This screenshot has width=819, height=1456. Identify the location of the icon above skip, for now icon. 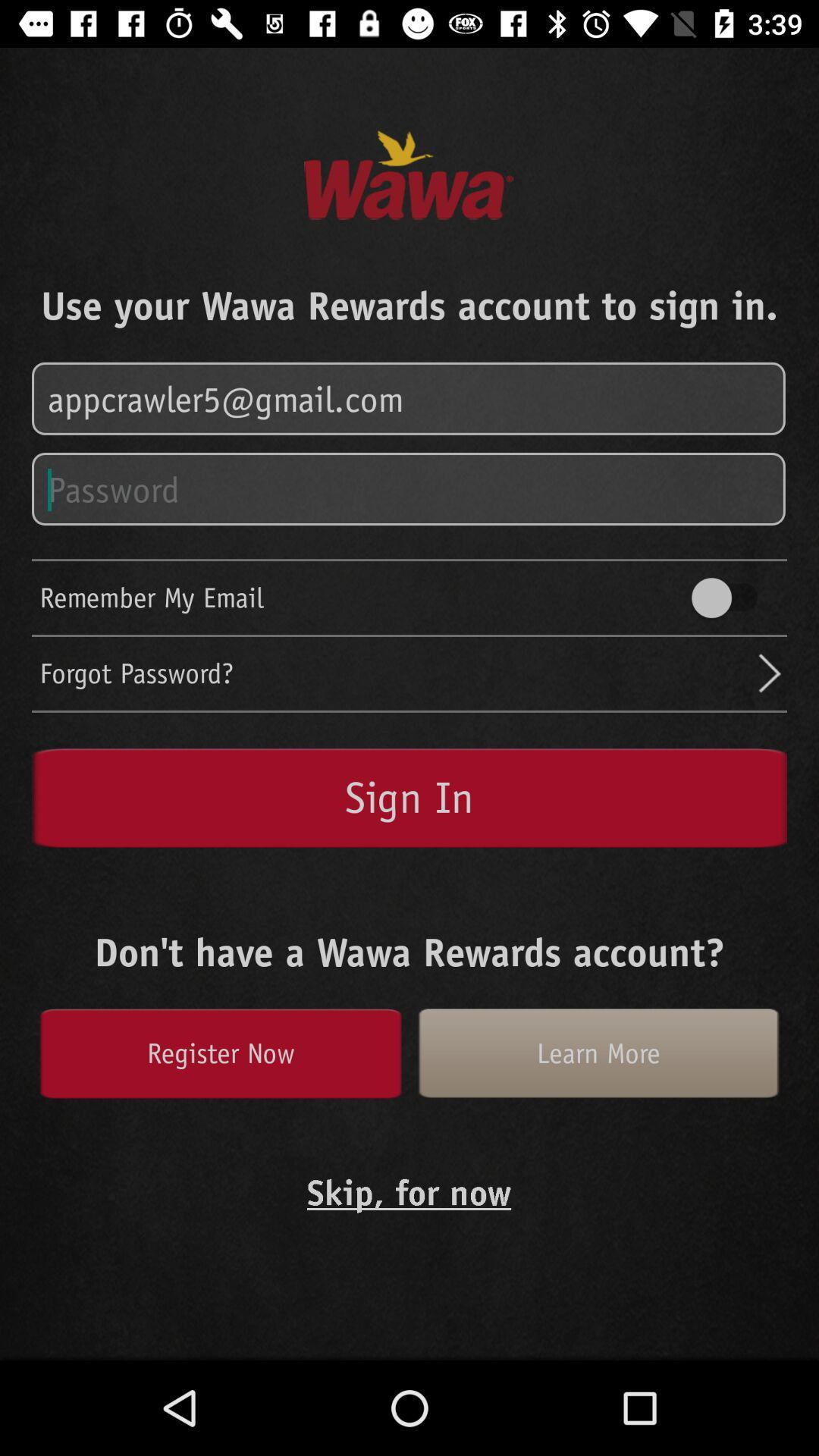
(220, 1053).